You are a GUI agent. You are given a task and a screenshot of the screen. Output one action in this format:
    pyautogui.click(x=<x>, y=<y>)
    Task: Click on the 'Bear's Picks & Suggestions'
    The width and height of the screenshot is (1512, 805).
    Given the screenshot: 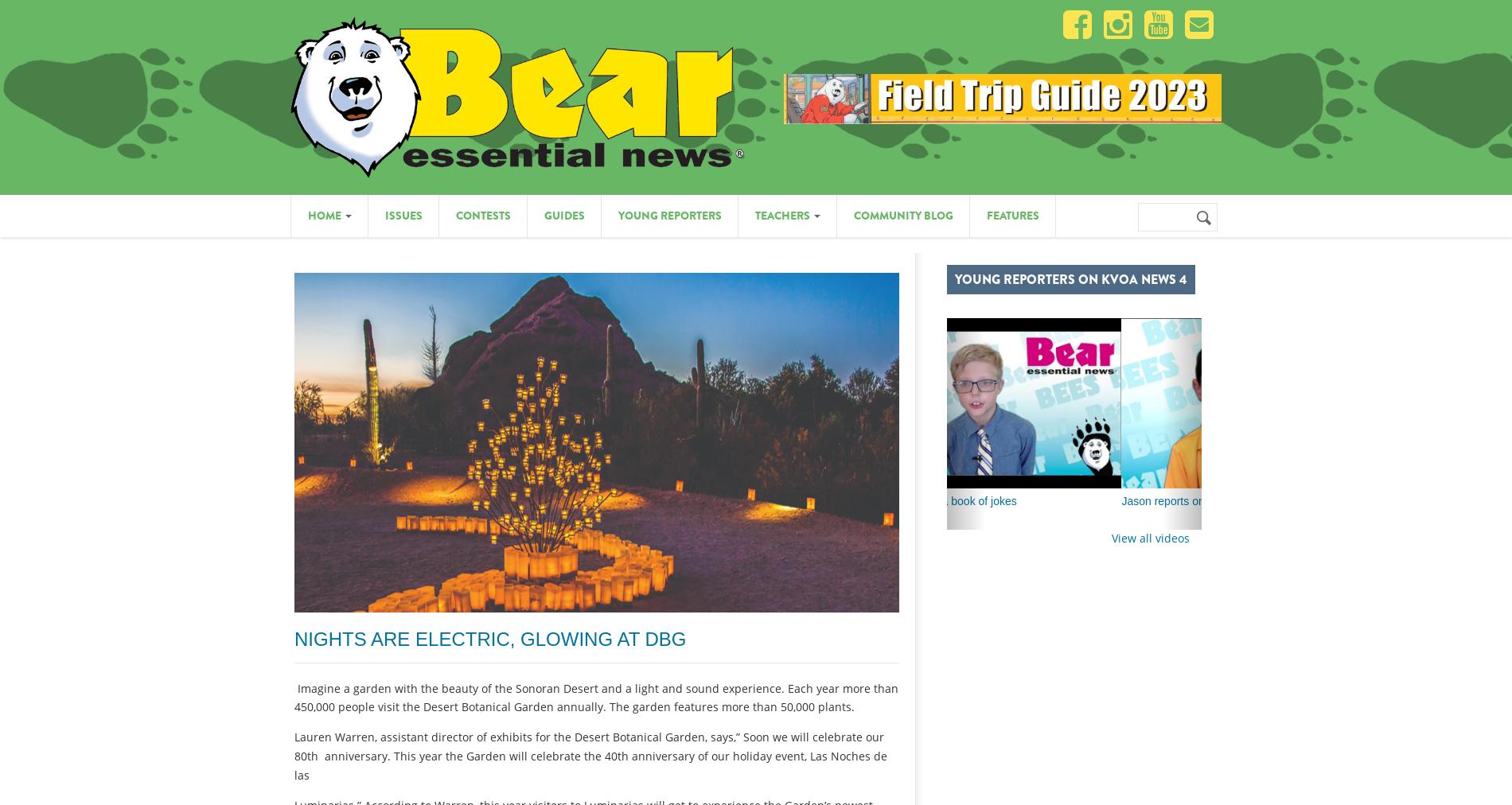 What is the action you would take?
    pyautogui.click(x=887, y=159)
    